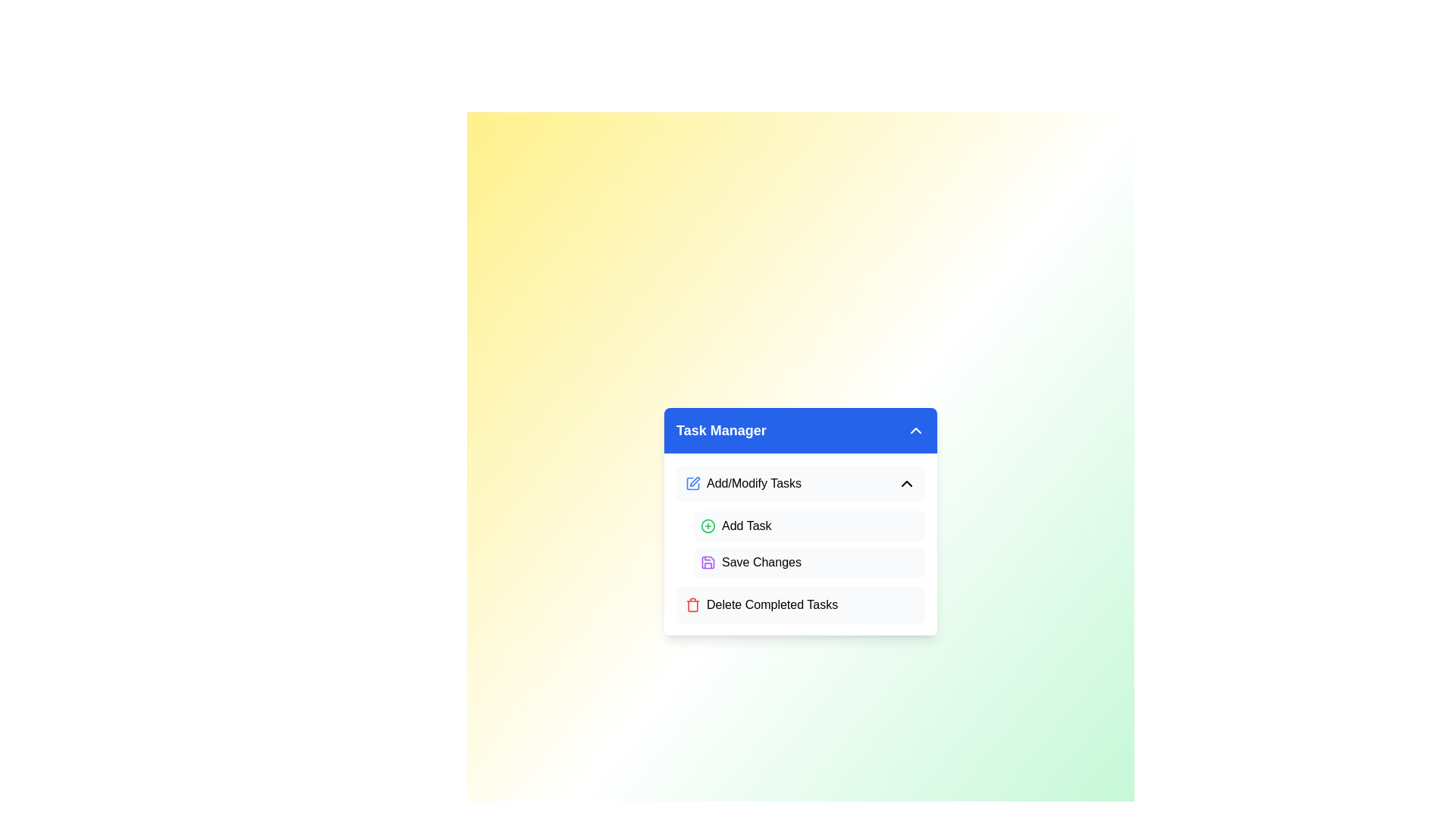 The width and height of the screenshot is (1456, 819). What do you see at coordinates (915, 430) in the screenshot?
I see `the downward-pointing chevron icon with a blue background in the header of the 'Task Manager' section` at bounding box center [915, 430].